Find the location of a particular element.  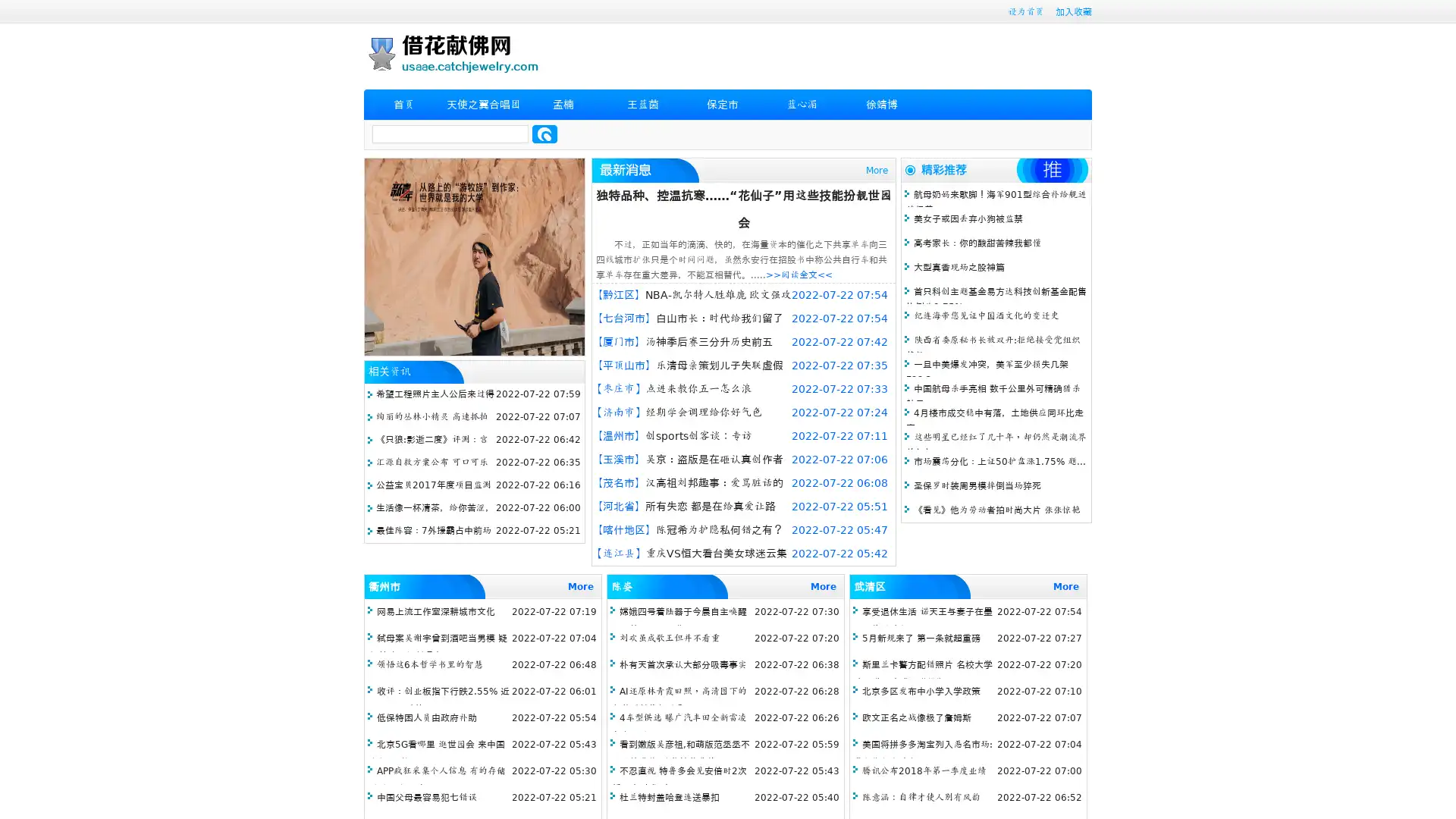

Search is located at coordinates (544, 133).